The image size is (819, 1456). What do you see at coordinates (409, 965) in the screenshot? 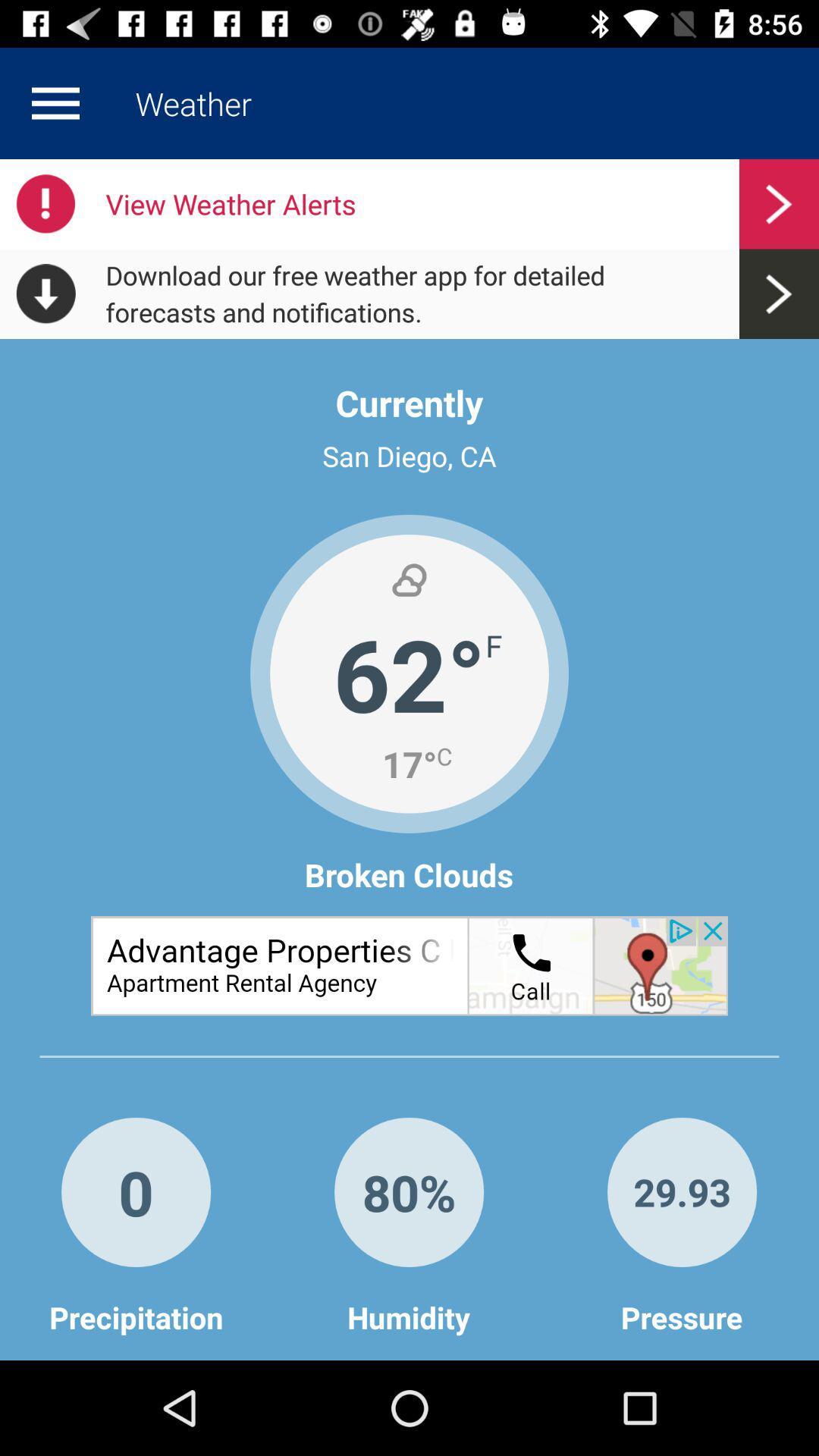
I see `google map` at bounding box center [409, 965].